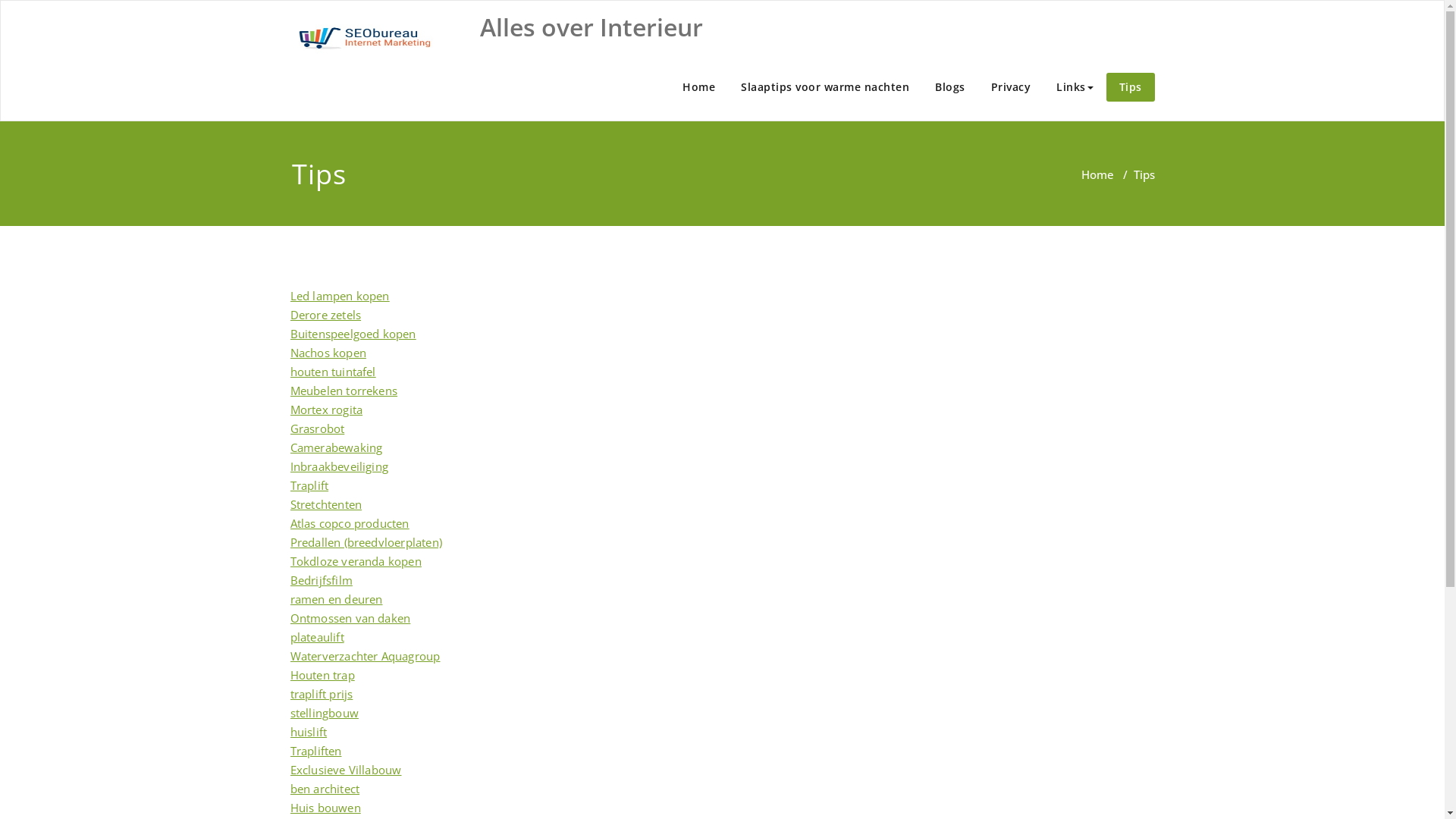 The width and height of the screenshot is (1456, 819). What do you see at coordinates (348, 522) in the screenshot?
I see `'Atlas copco producten'` at bounding box center [348, 522].